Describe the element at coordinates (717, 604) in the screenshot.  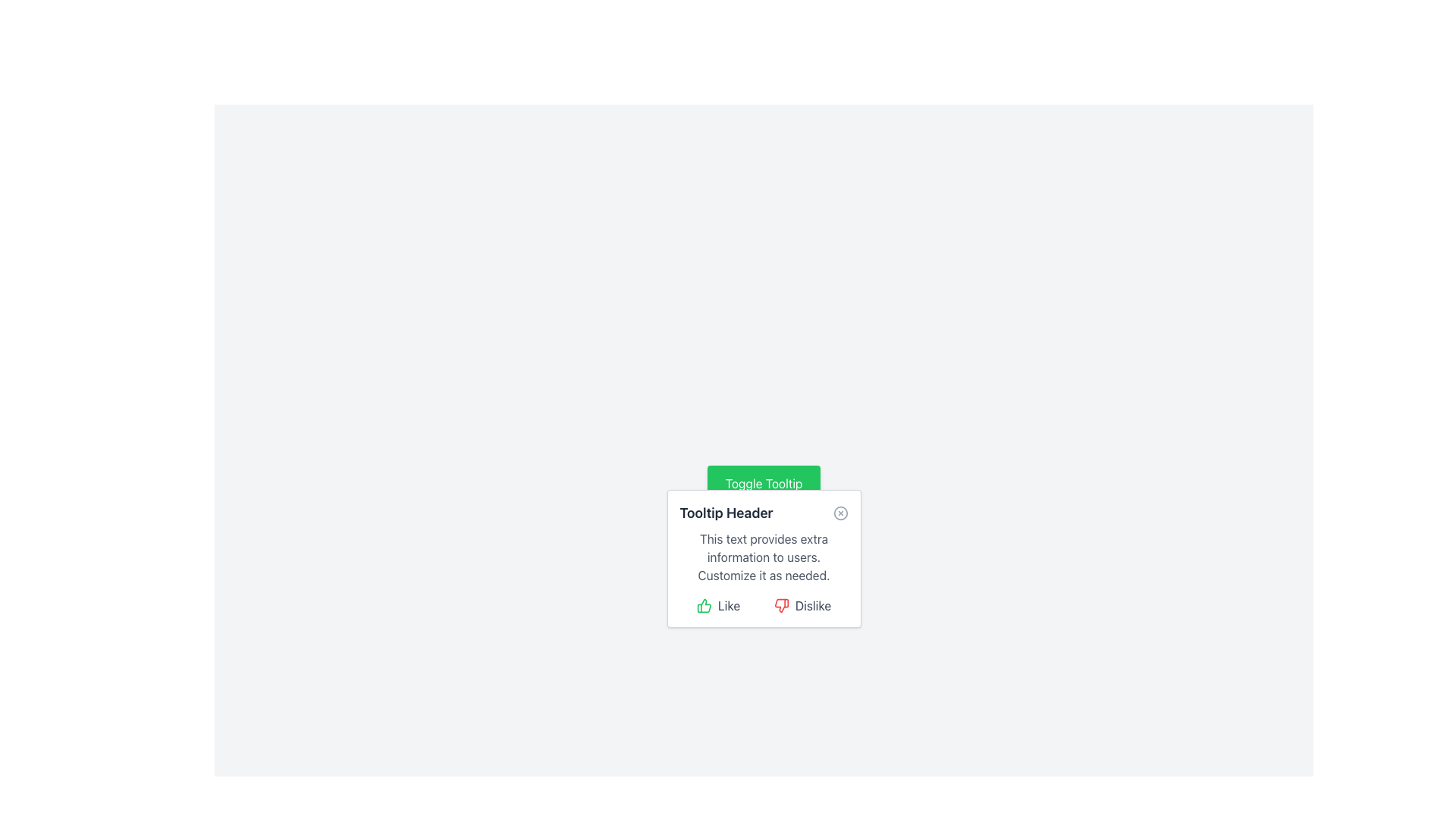
I see `the first button in the horizontal arrangement at the bottom of the tooltip card to register a 'like'` at that location.